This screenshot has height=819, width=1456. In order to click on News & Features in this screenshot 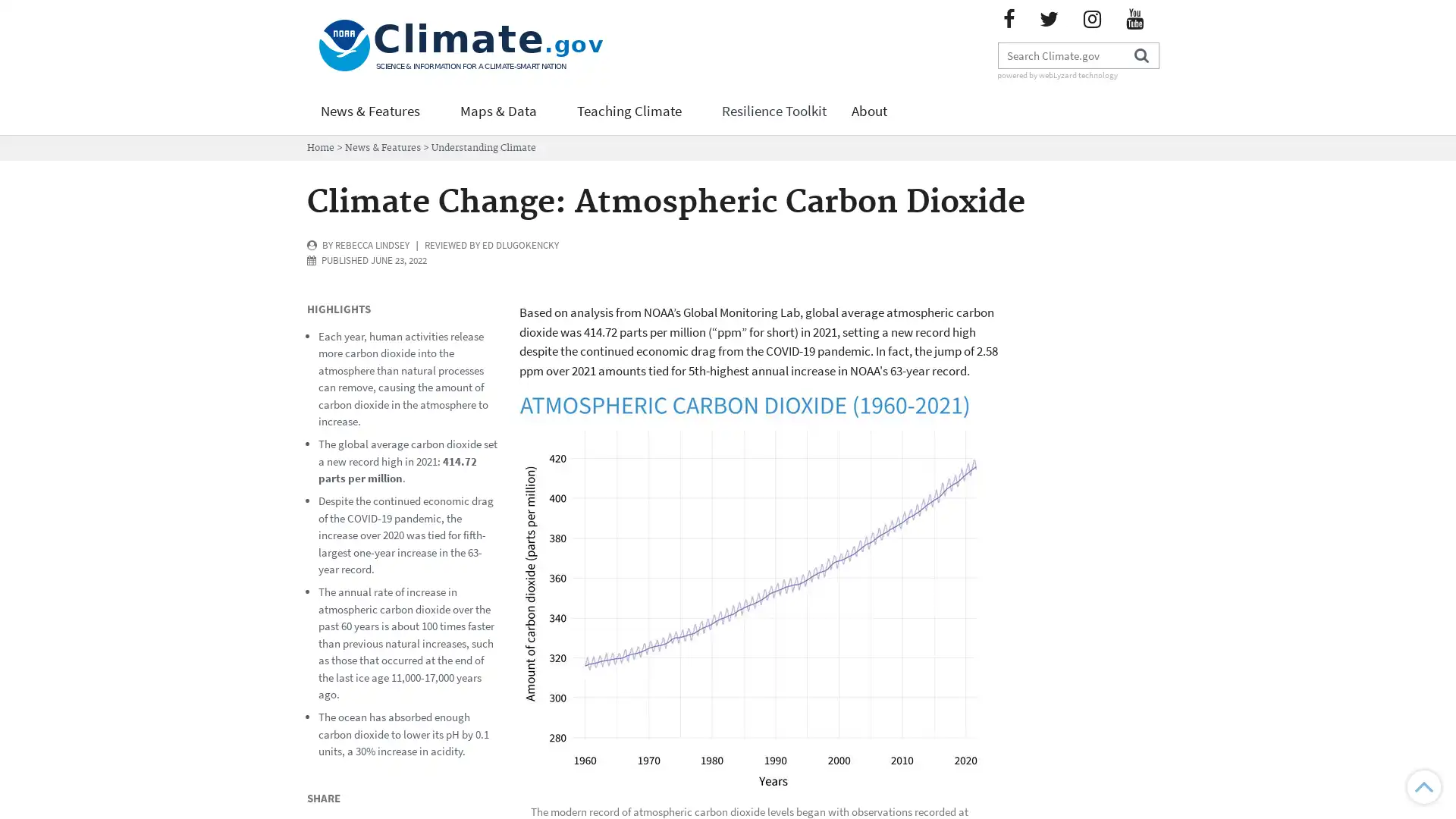, I will do `click(378, 111)`.